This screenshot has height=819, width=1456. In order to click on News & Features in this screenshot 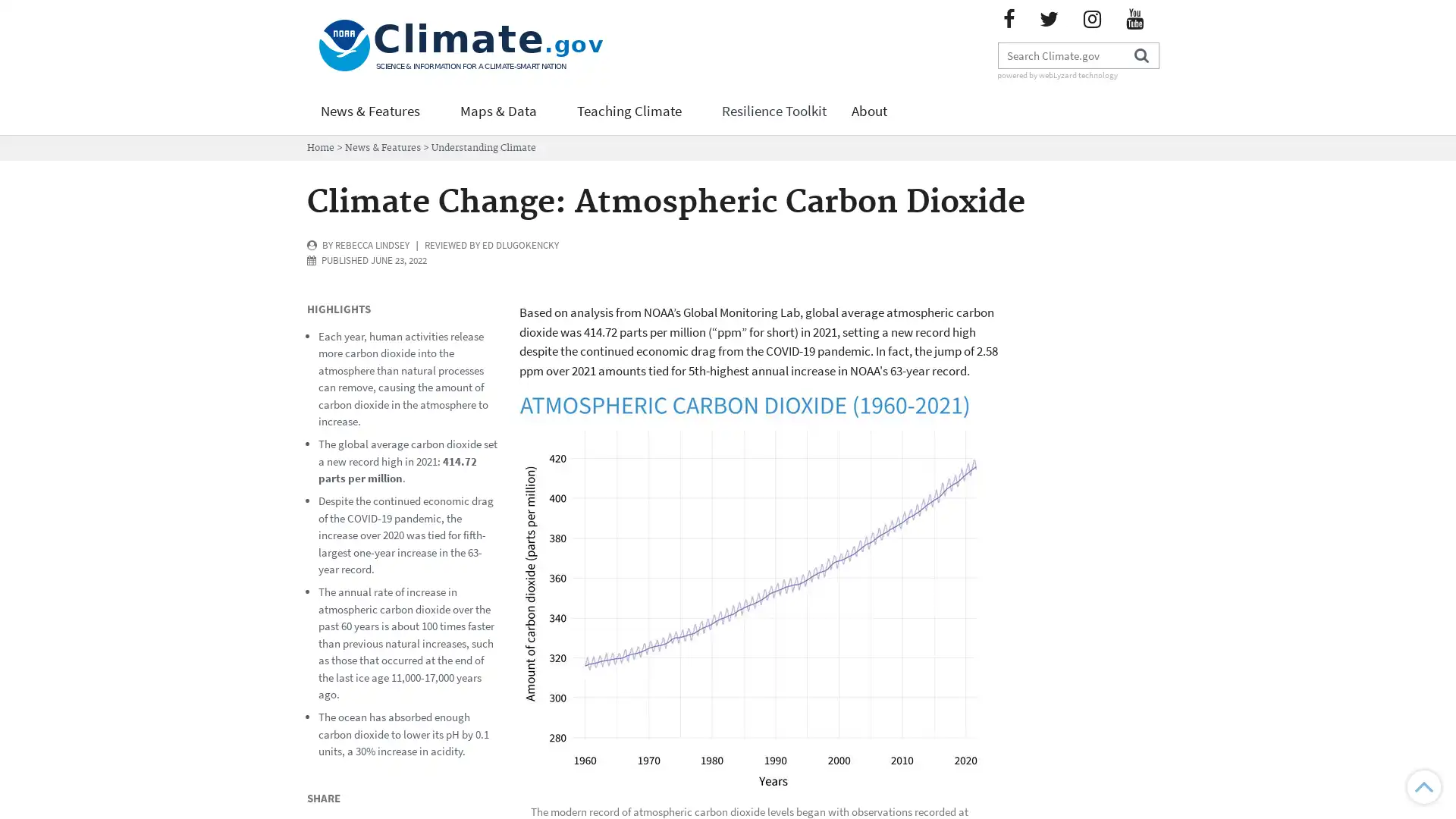, I will do `click(378, 111)`.